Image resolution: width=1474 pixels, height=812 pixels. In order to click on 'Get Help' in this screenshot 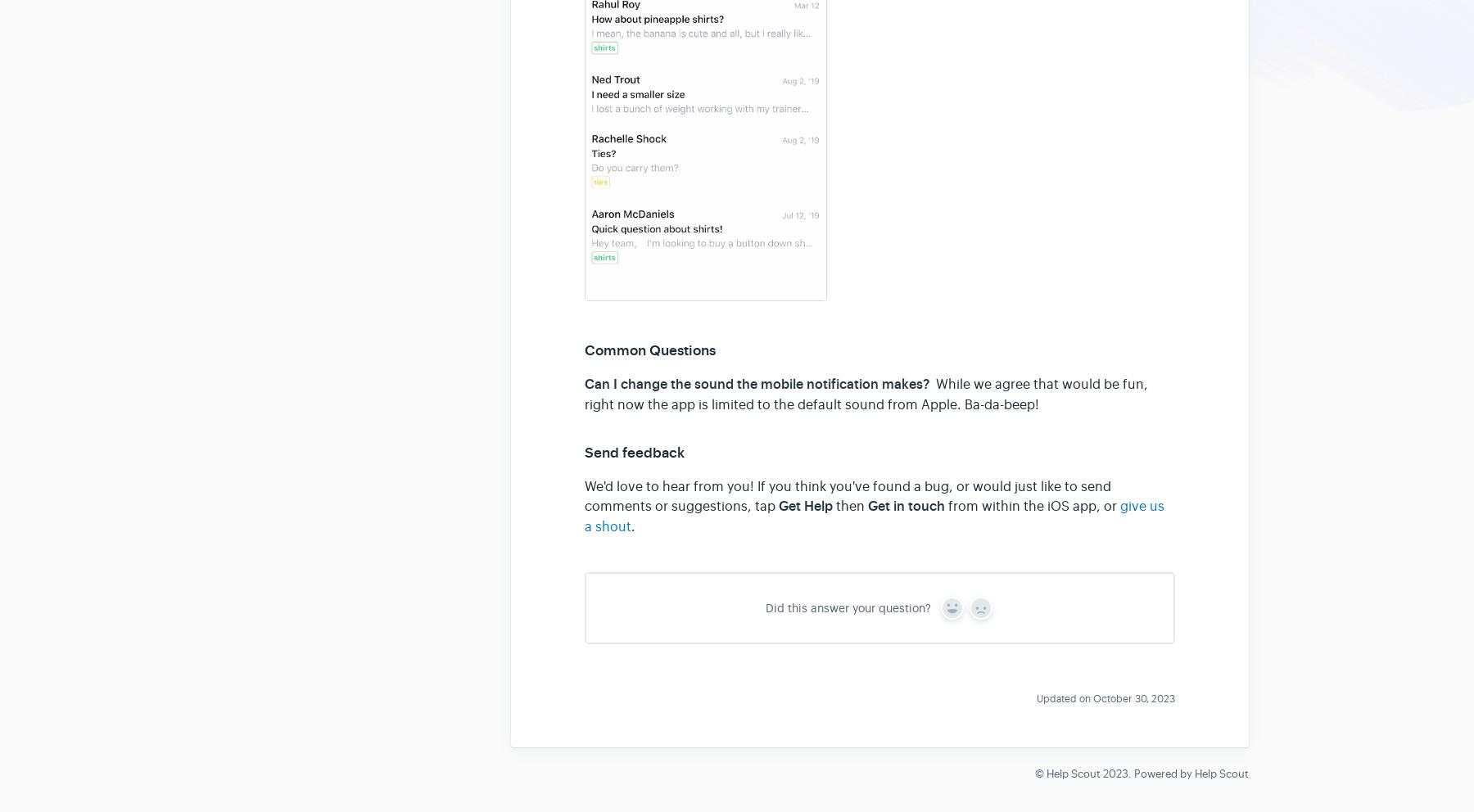, I will do `click(777, 505)`.